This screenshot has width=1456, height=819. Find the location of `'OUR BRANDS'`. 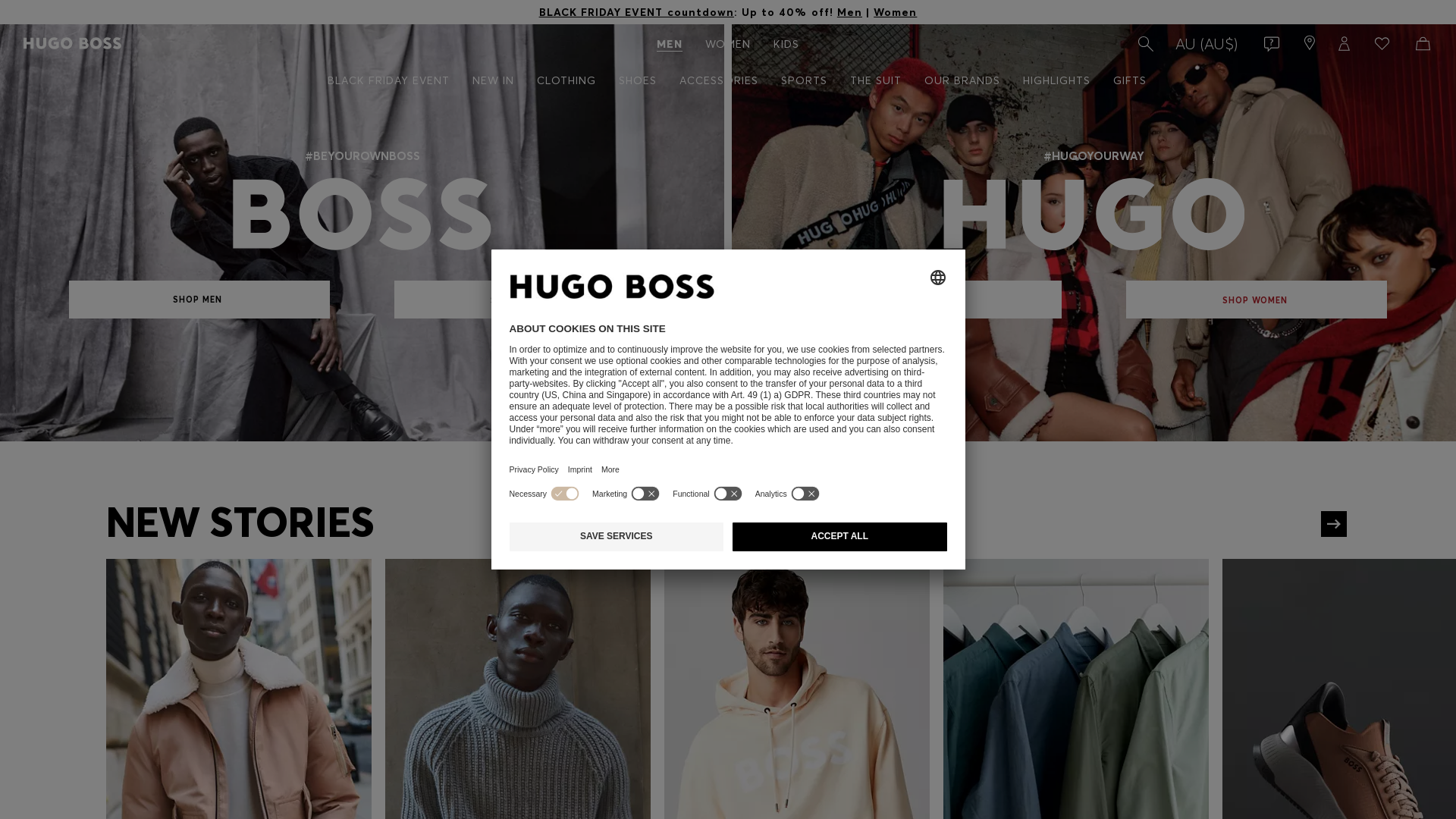

'OUR BRANDS' is located at coordinates (961, 80).